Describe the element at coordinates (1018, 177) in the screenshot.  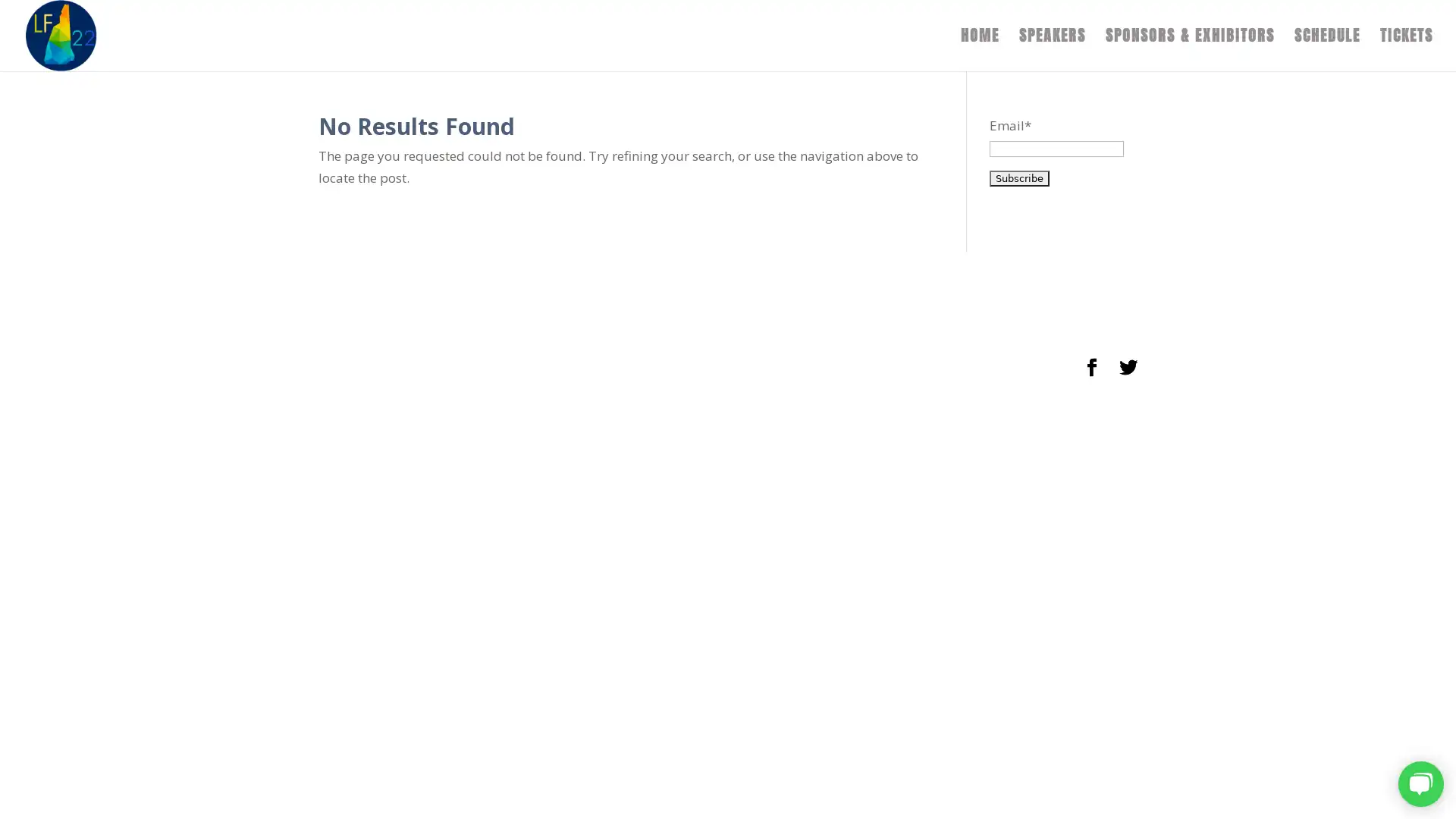
I see `Subscribe` at that location.